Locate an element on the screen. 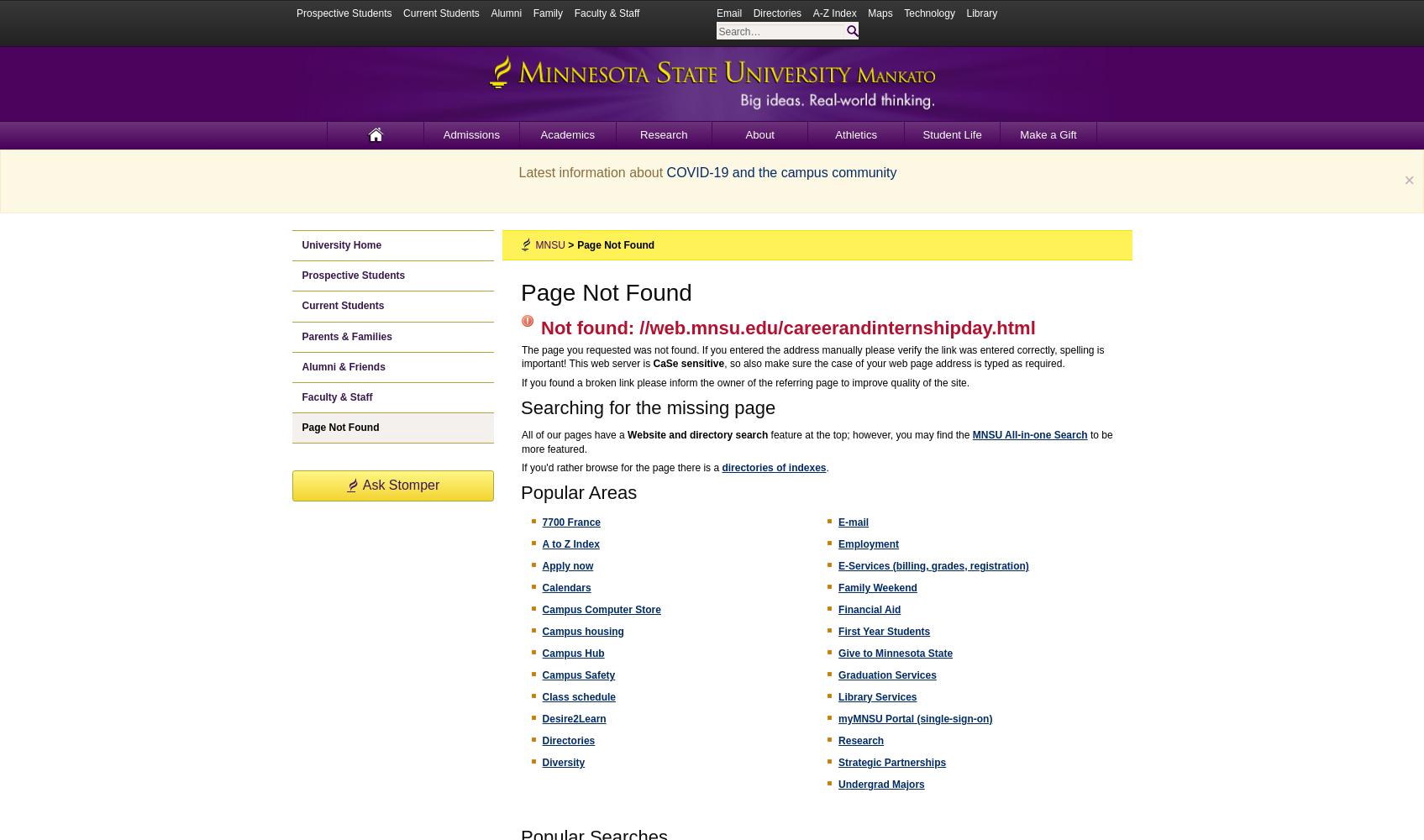 The image size is (1424, 840). 'Searching for the missing page' is located at coordinates (647, 406).